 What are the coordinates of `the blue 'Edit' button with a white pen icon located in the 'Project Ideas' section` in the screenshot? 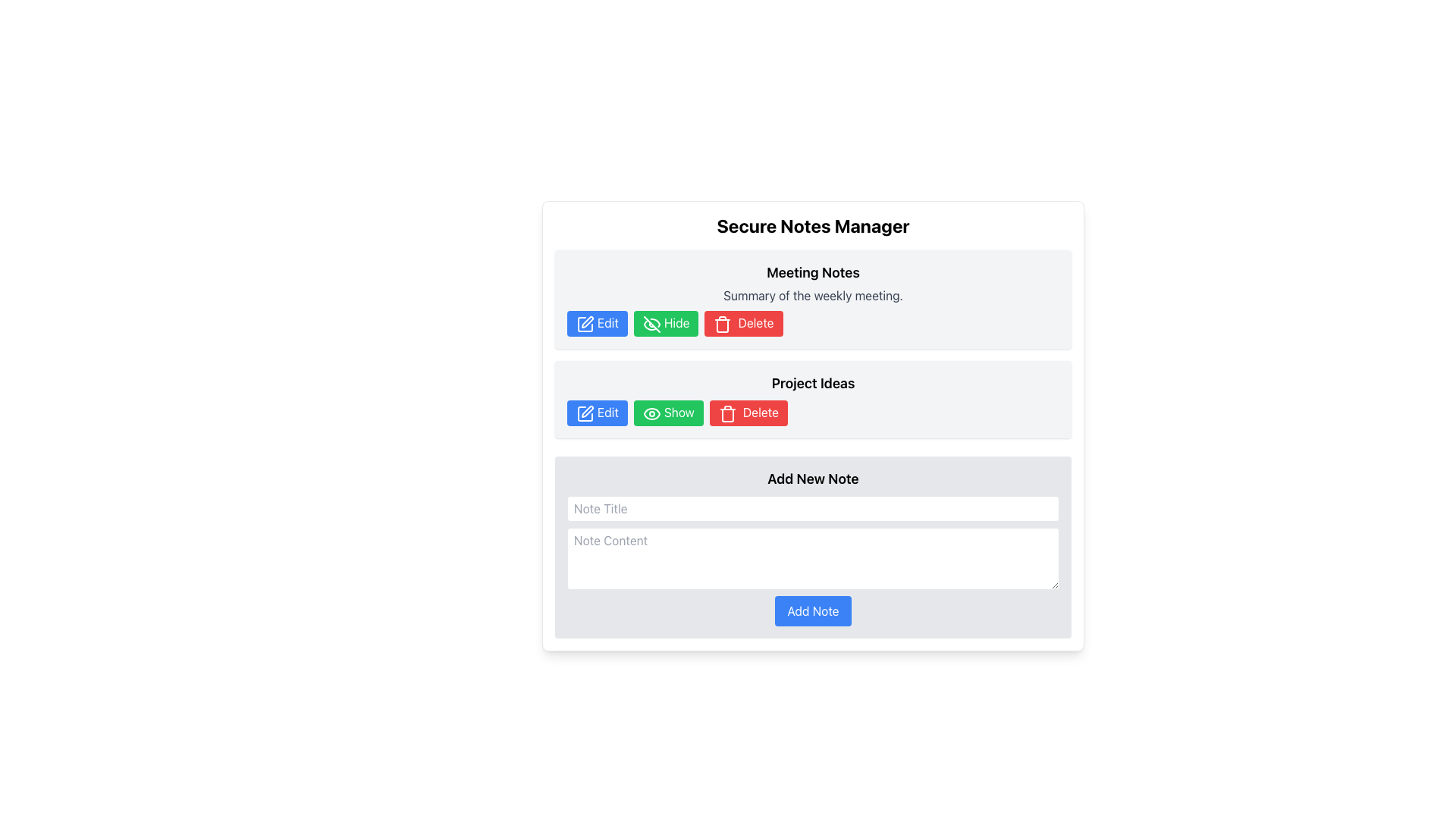 It's located at (596, 413).